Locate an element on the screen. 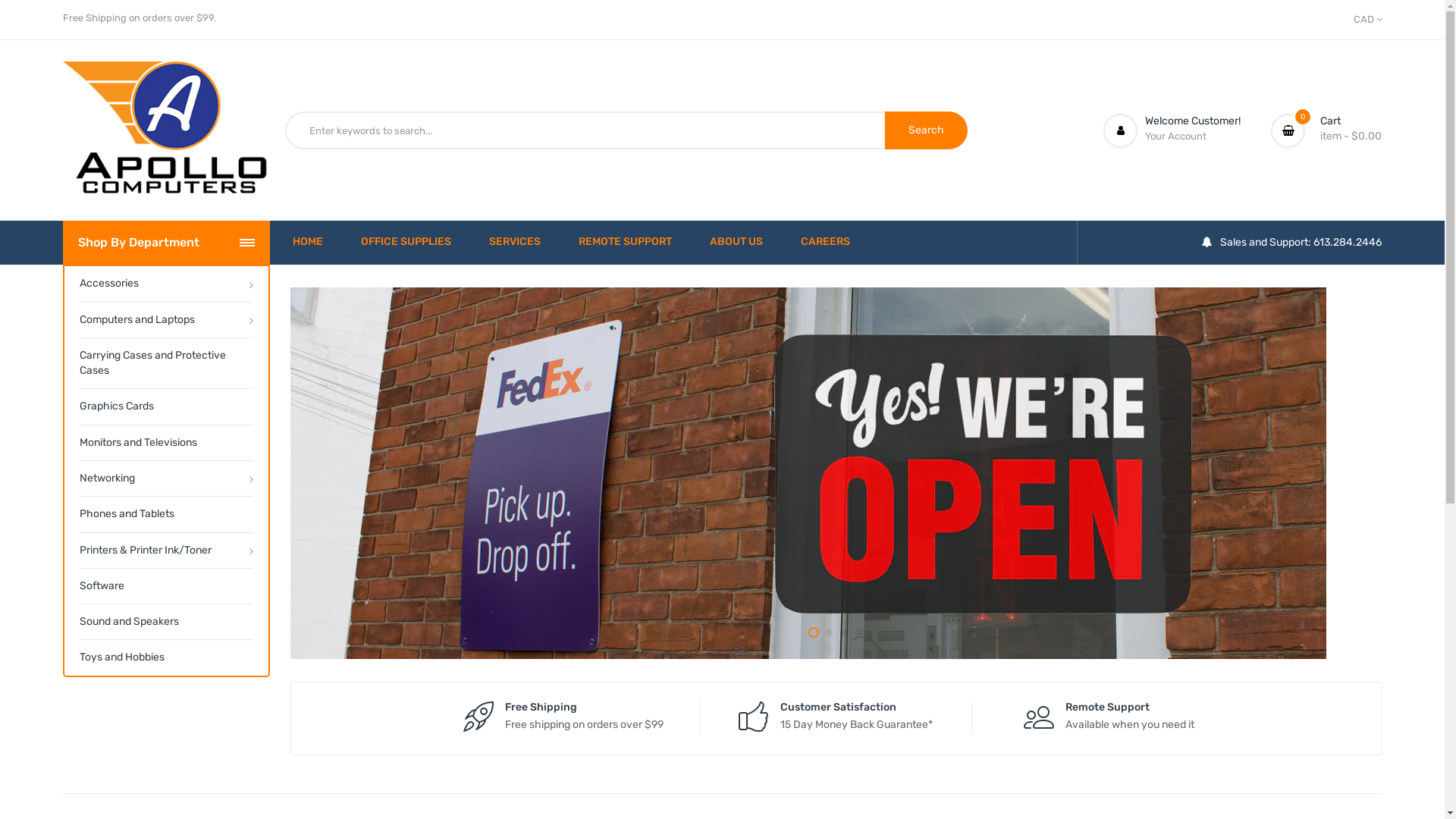 Image resolution: width=1456 pixels, height=819 pixels. 'REMOTE SUPPORT' is located at coordinates (578, 241).